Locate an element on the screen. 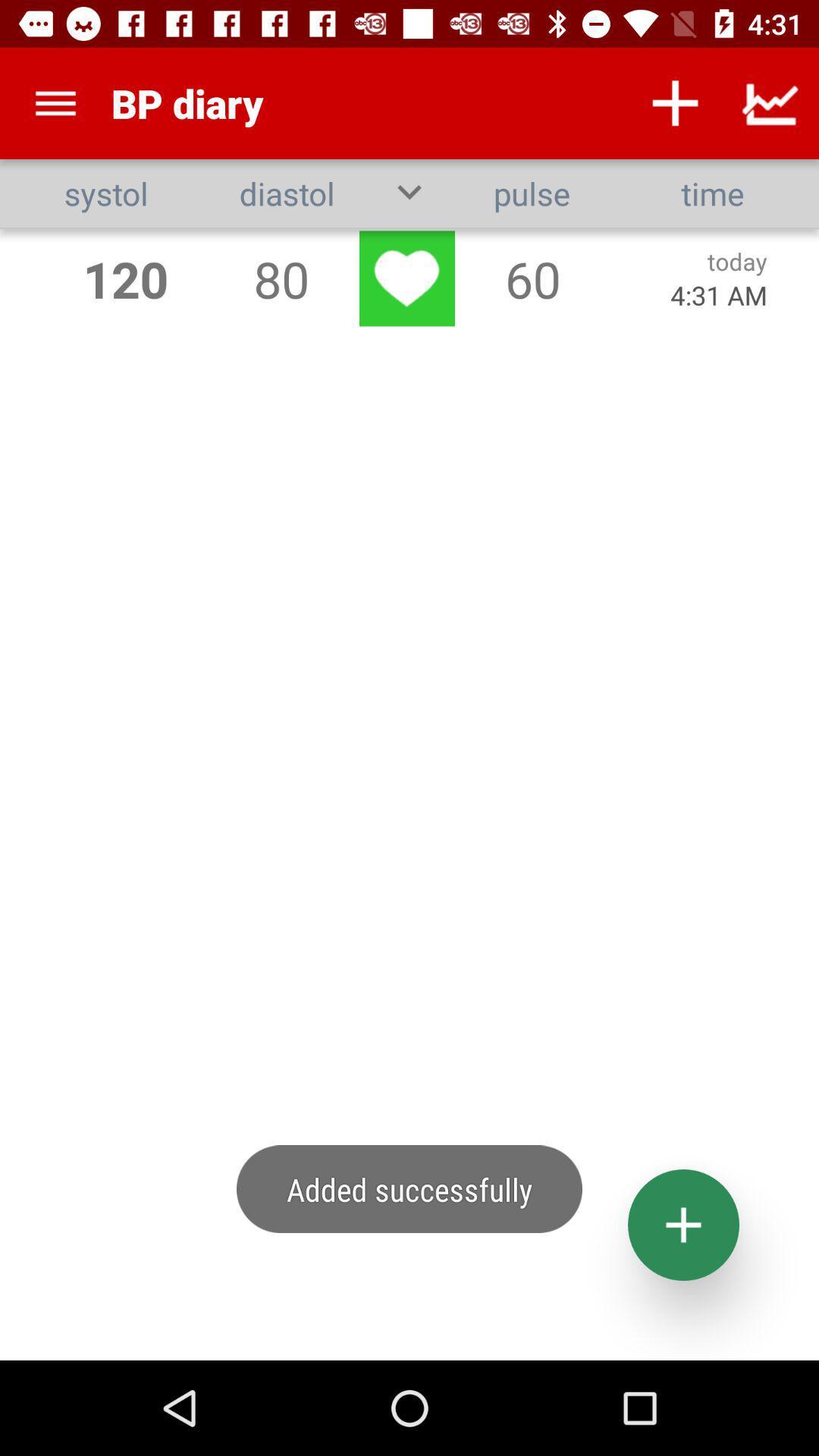 The height and width of the screenshot is (1456, 819). the item below the systol app is located at coordinates (124, 278).